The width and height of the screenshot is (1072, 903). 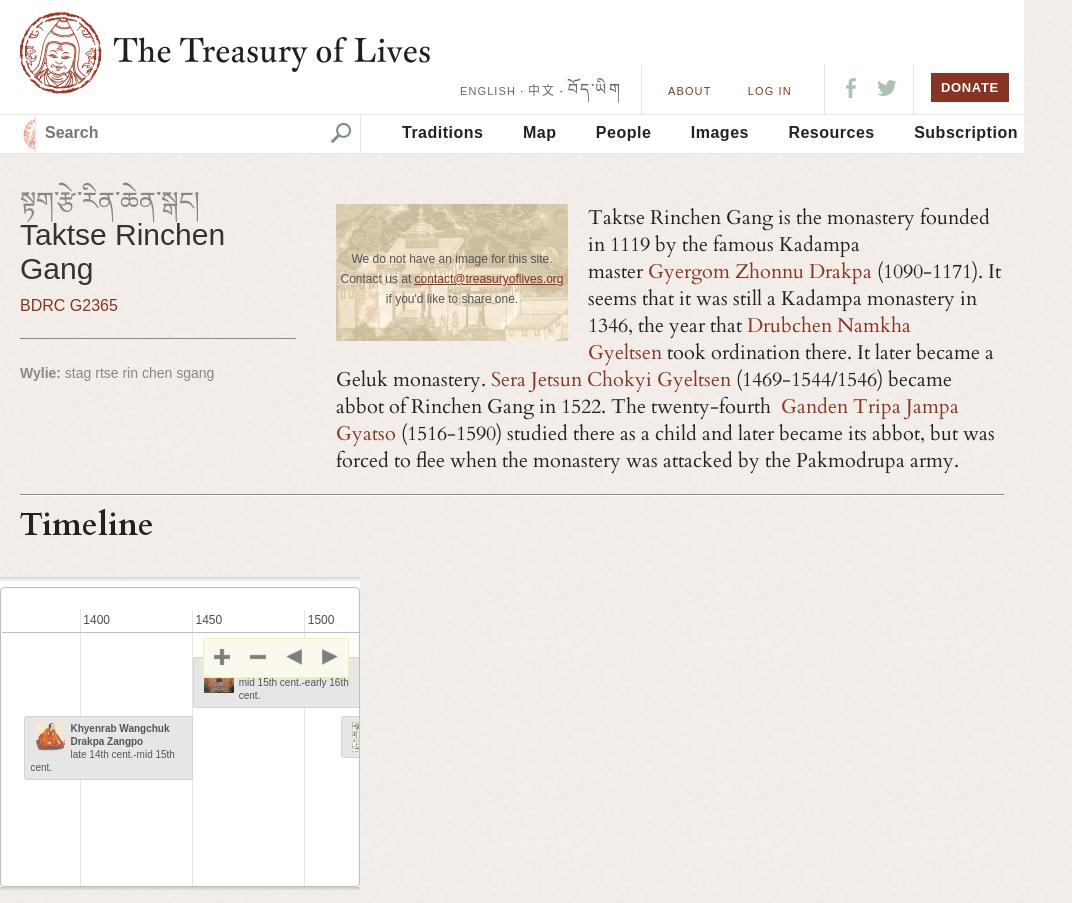 What do you see at coordinates (384, 297) in the screenshot?
I see `'if you'd like to share one.'` at bounding box center [384, 297].